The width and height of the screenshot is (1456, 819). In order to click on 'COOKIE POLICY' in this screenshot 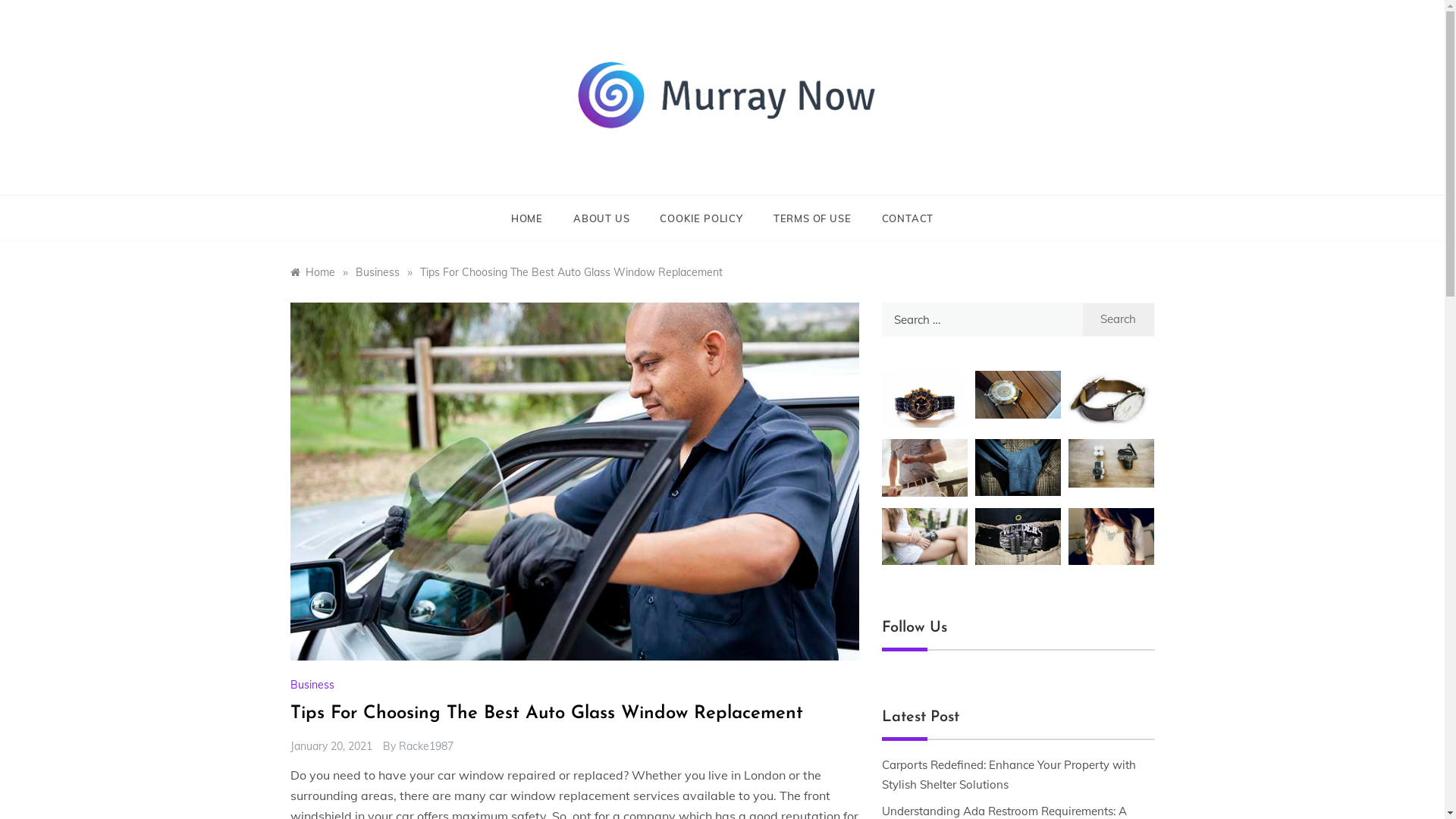, I will do `click(700, 218)`.